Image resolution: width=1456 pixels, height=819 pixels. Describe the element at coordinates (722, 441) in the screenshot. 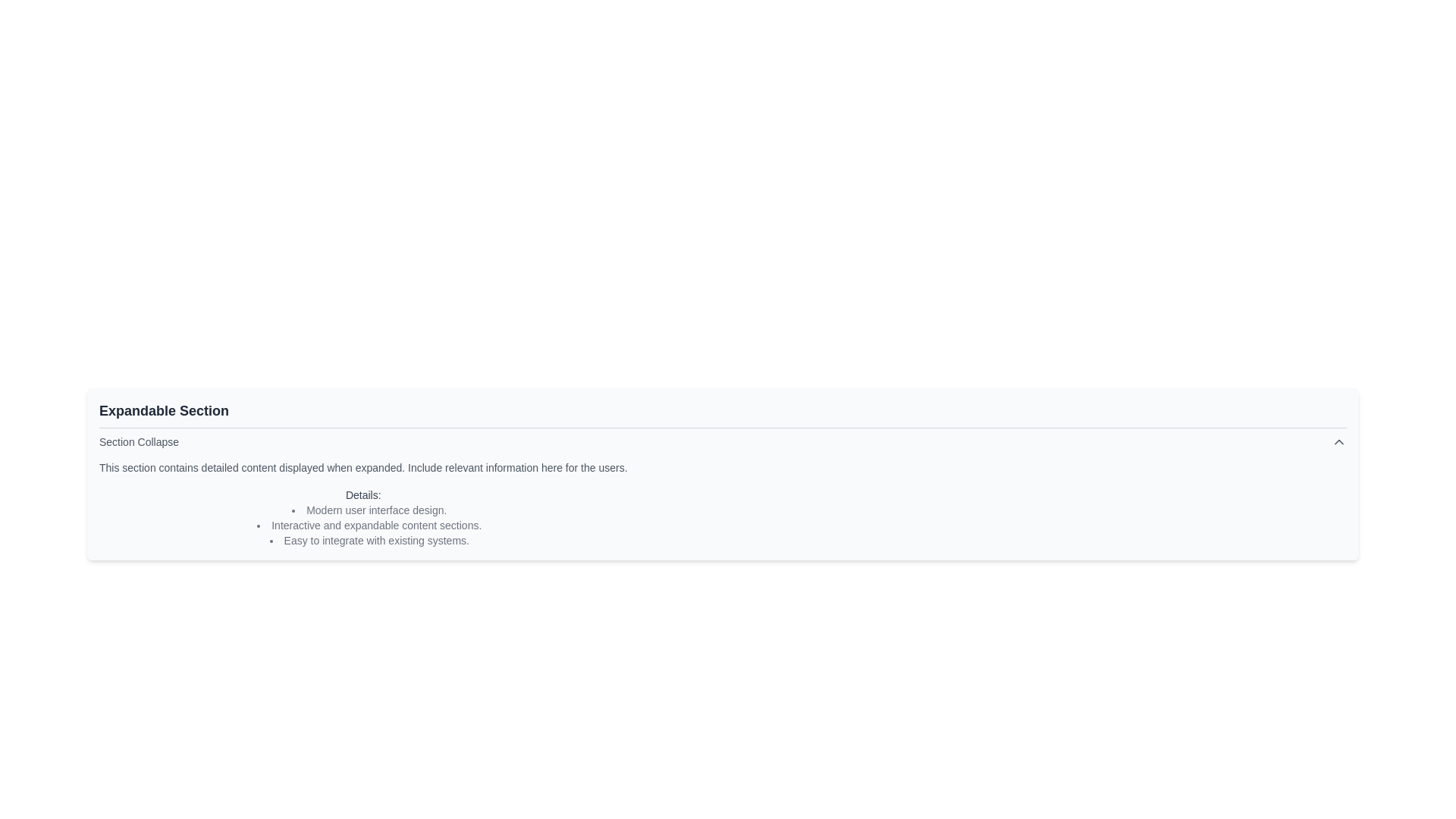

I see `the Collapsible Toggle labeled 'Section Collapse' to trigger any secondary action associated with it` at that location.